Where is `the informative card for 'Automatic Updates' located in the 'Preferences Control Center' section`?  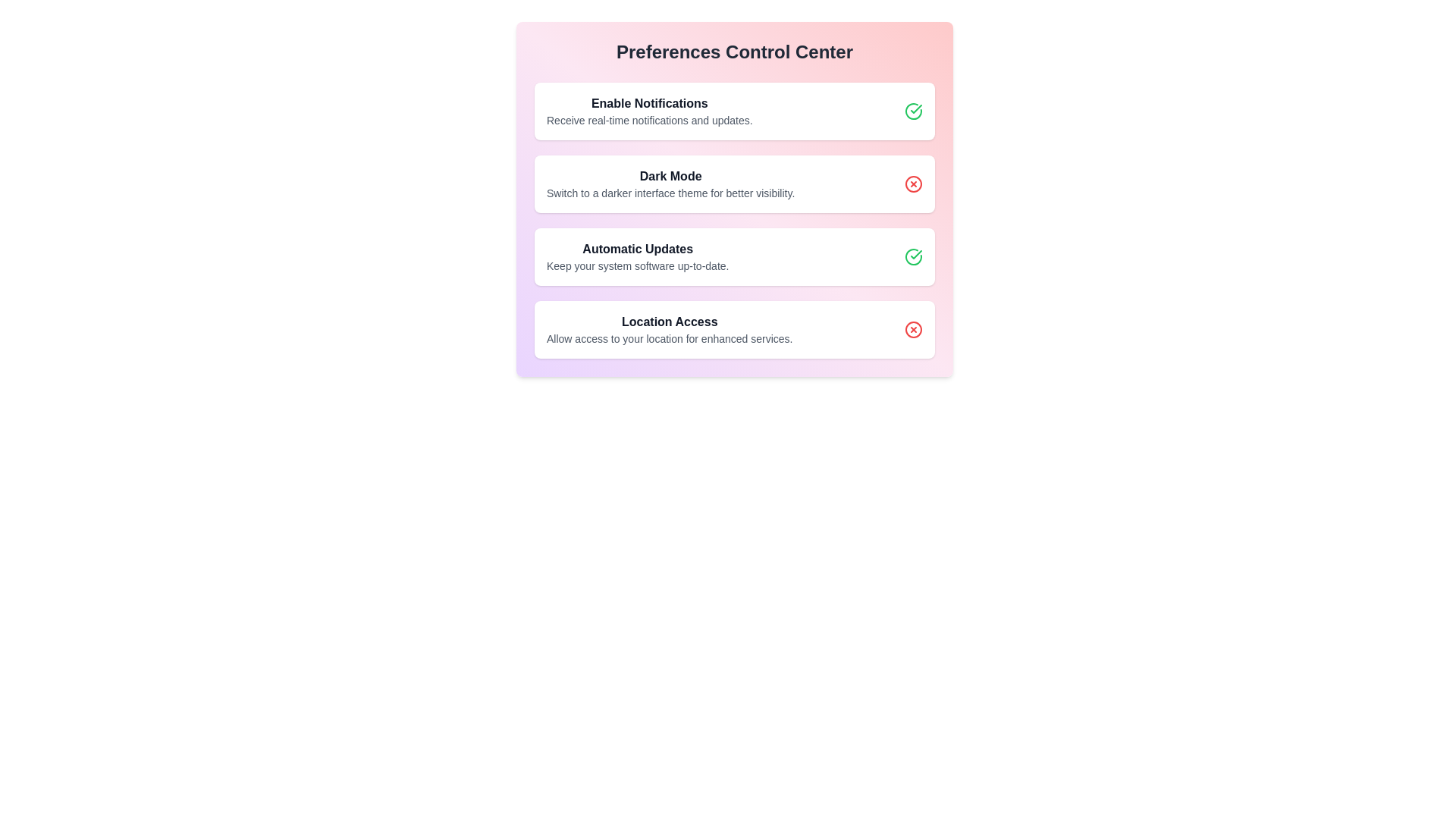 the informative card for 'Automatic Updates' located in the 'Preferences Control Center' section is located at coordinates (735, 256).